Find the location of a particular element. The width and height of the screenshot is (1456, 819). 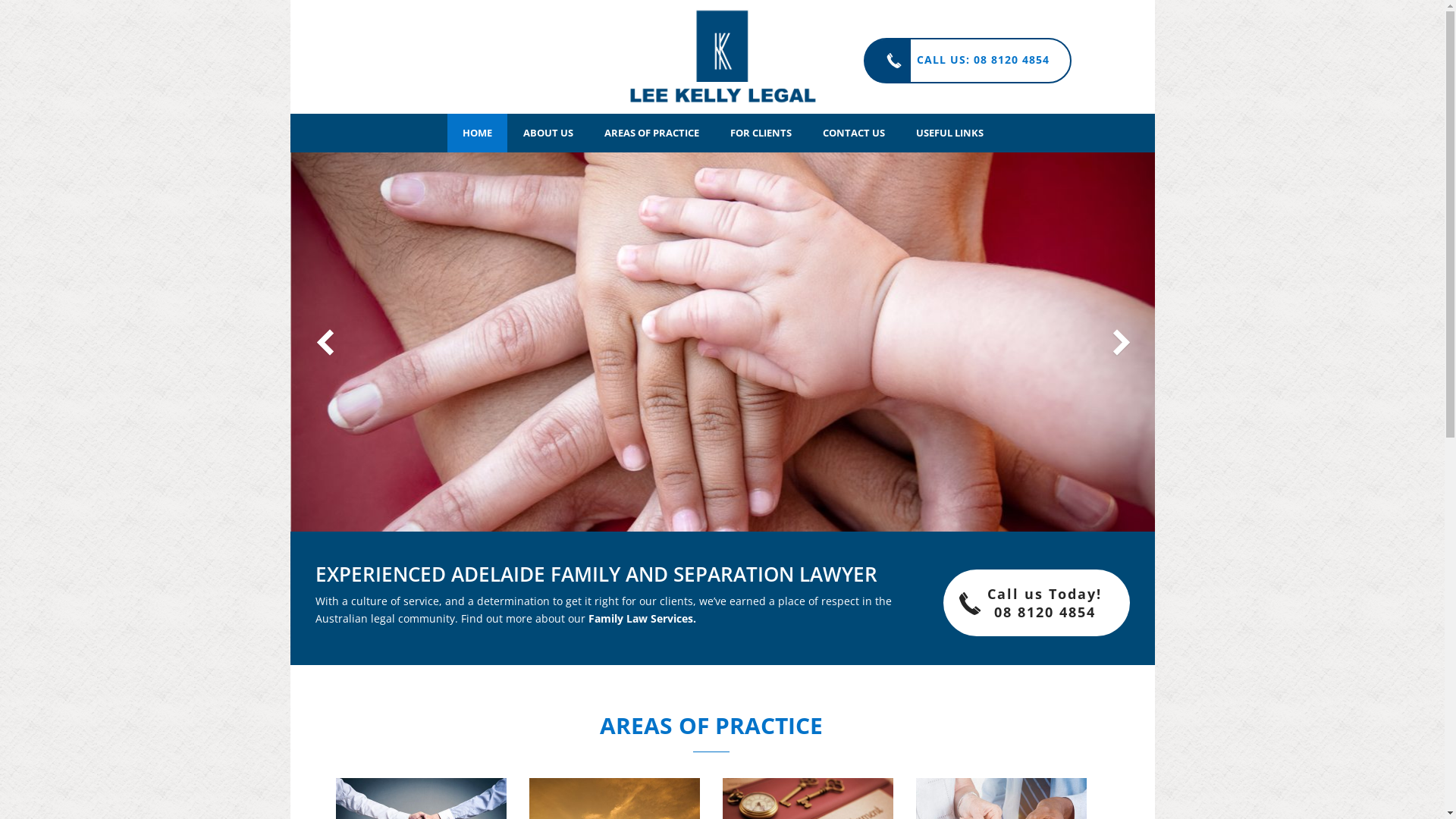

'Call us Today! 08 8120 4854' is located at coordinates (942, 601).